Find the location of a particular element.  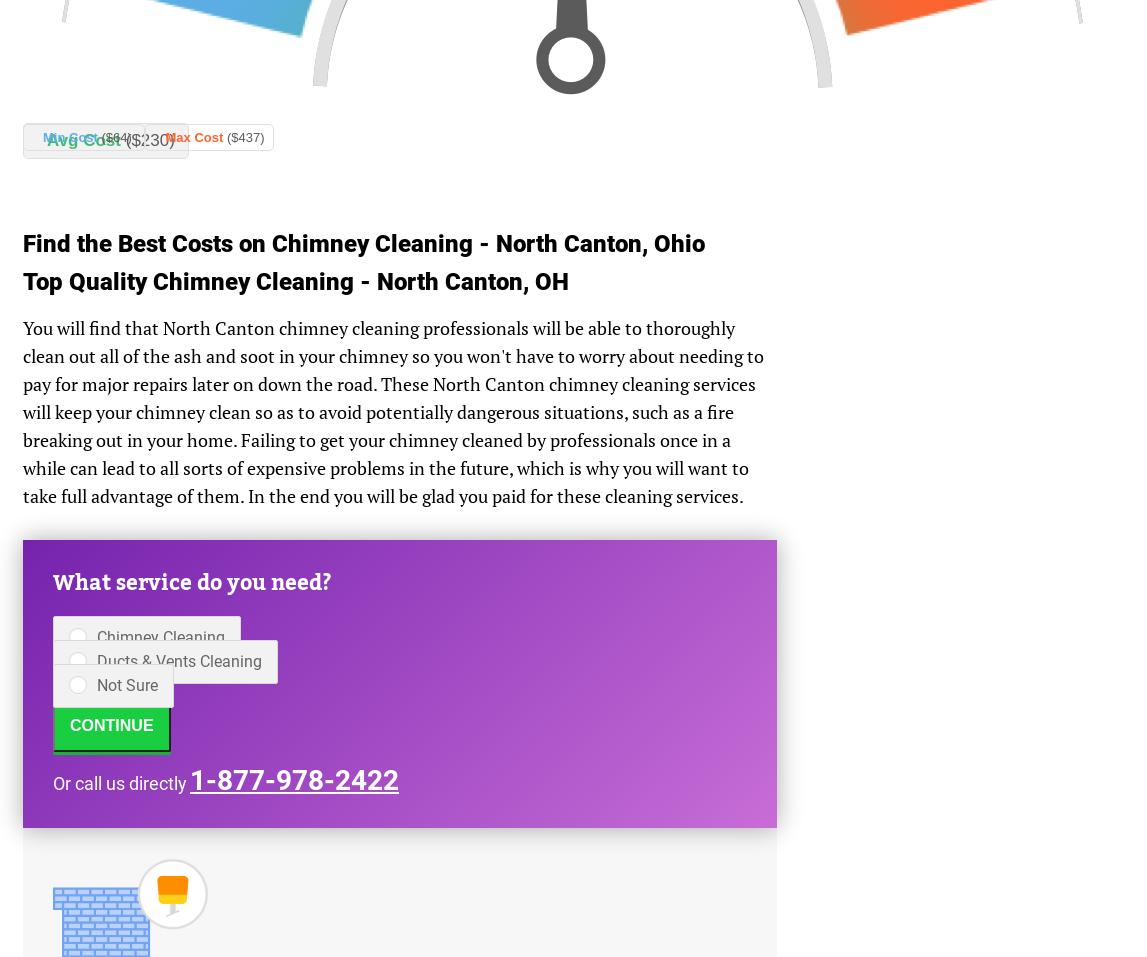

'Min Cost' is located at coordinates (72, 137).